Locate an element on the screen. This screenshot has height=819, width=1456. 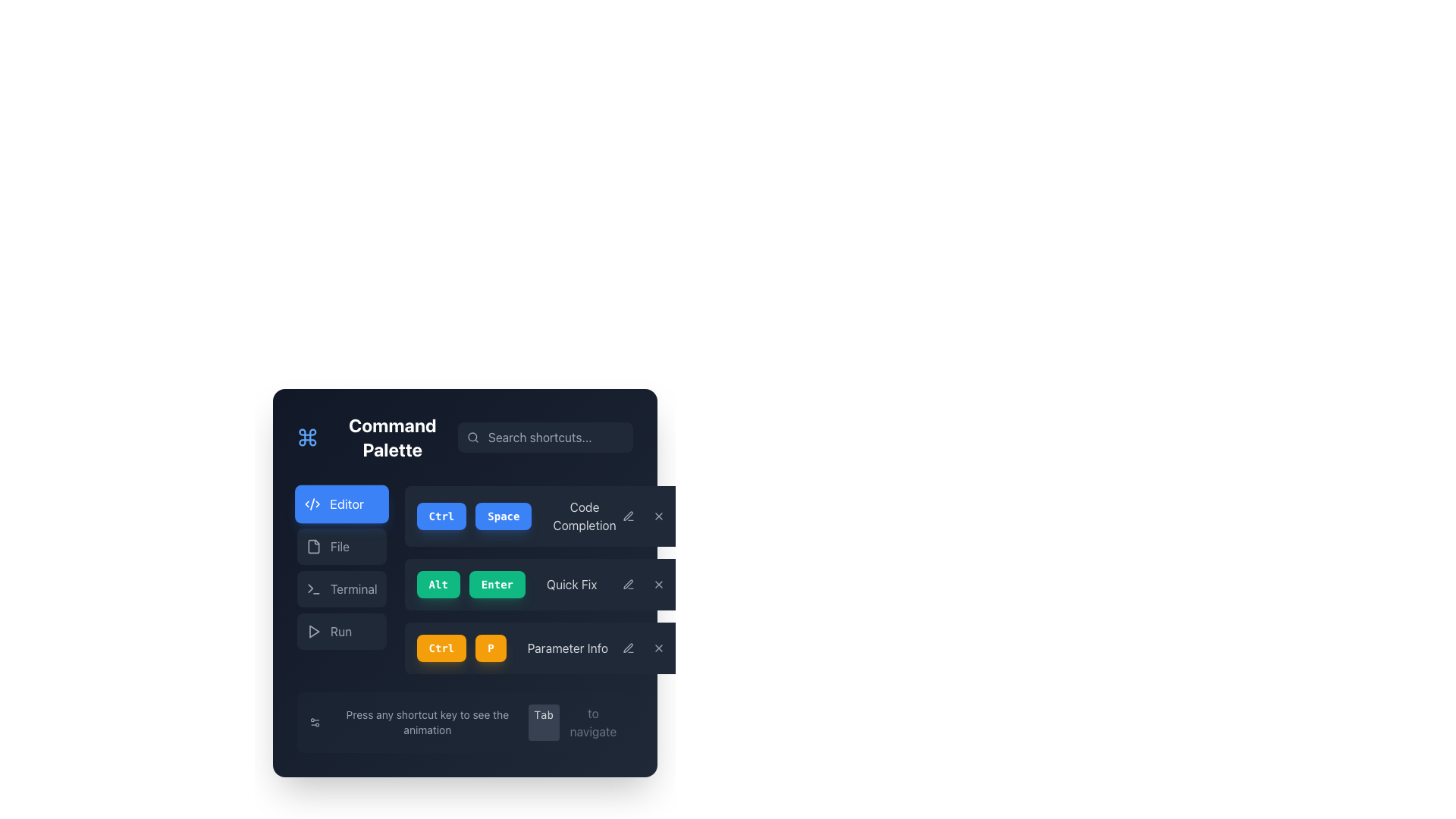
the code icon, which features arrows and a slanted line against a blue background is located at coordinates (312, 504).